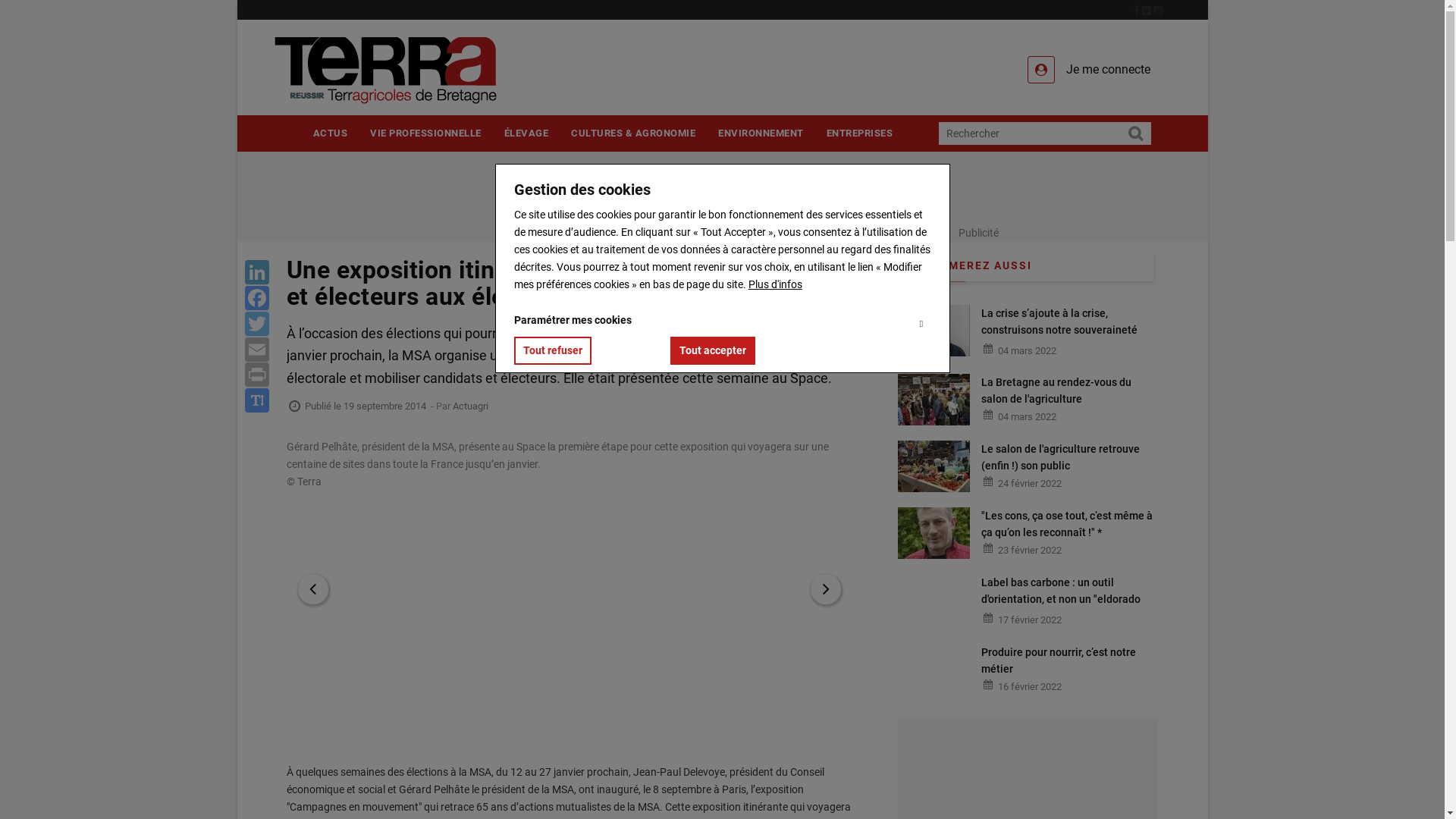 The width and height of the screenshot is (1456, 819). I want to click on 'CULTURES & AGRONOMIE', so click(633, 132).